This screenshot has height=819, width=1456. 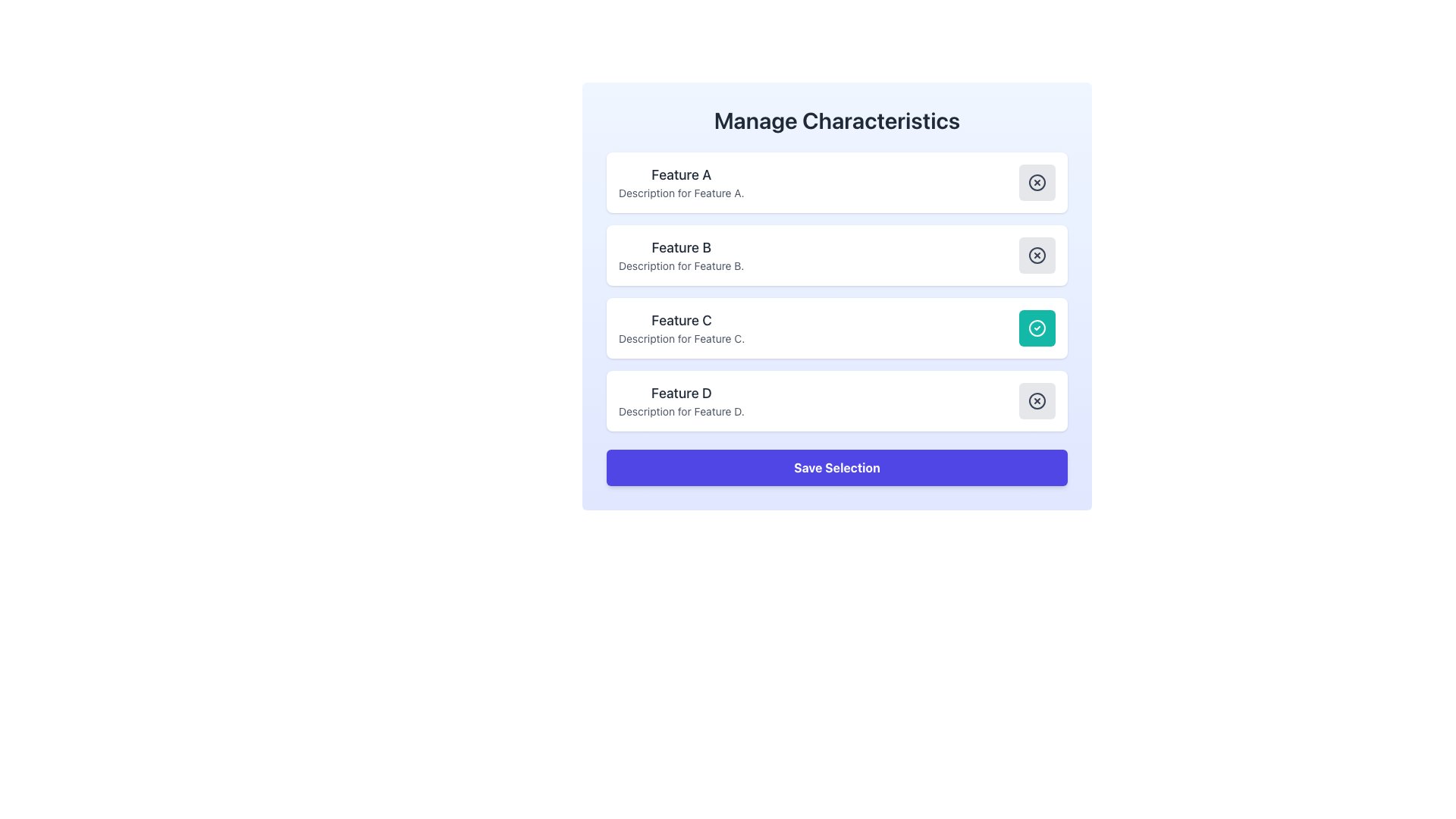 What do you see at coordinates (680, 412) in the screenshot?
I see `the Text Label that provides a brief description about 'Feature D' located below the heading 'Feature D' in the last item of a vertically aligned list` at bounding box center [680, 412].